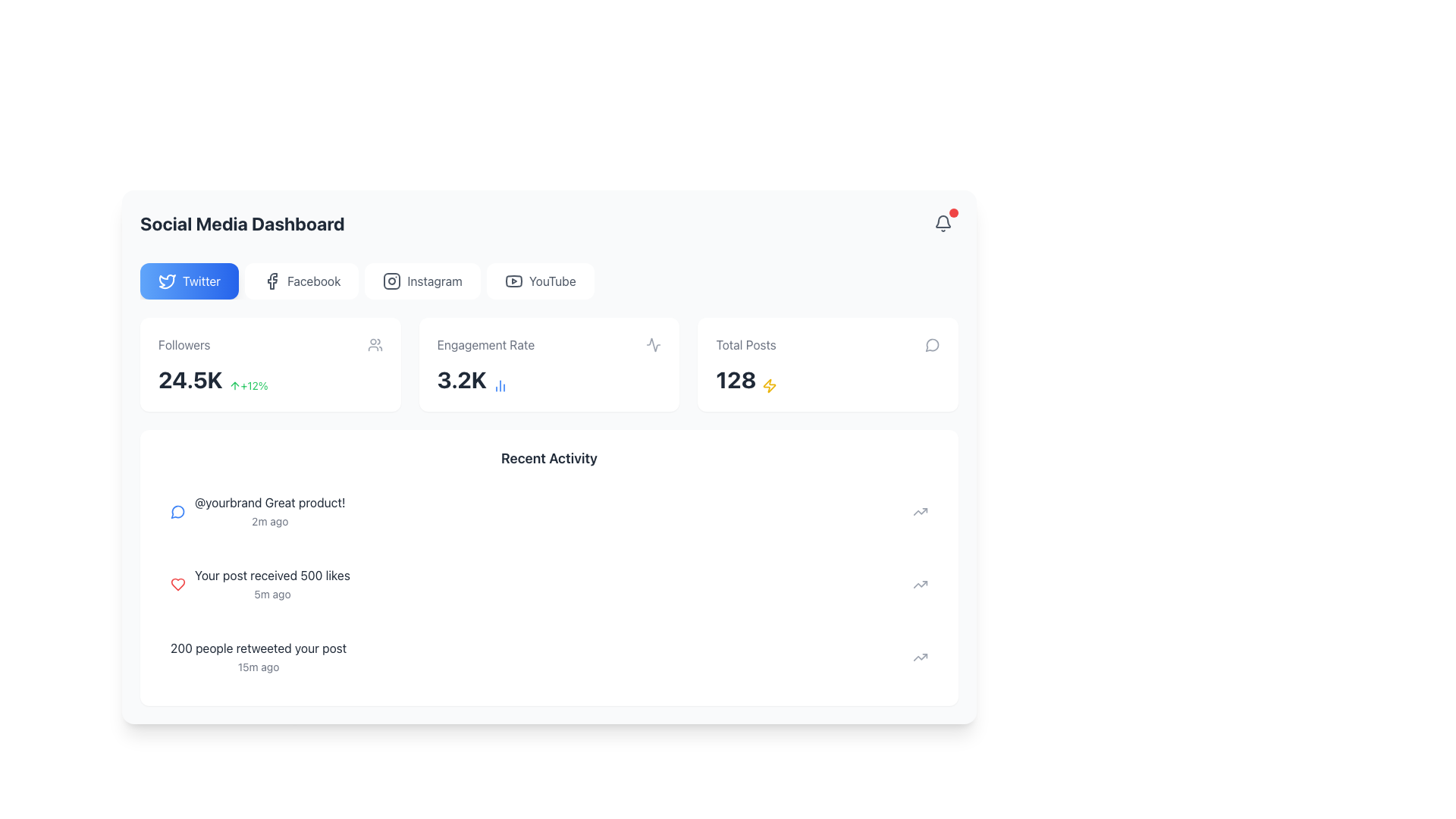  Describe the element at coordinates (485, 345) in the screenshot. I see `the 'Engagement Rate' text label, which is styled in gray and located above the numeric value of 3.2K within a card-like section in the middle of the display` at that location.